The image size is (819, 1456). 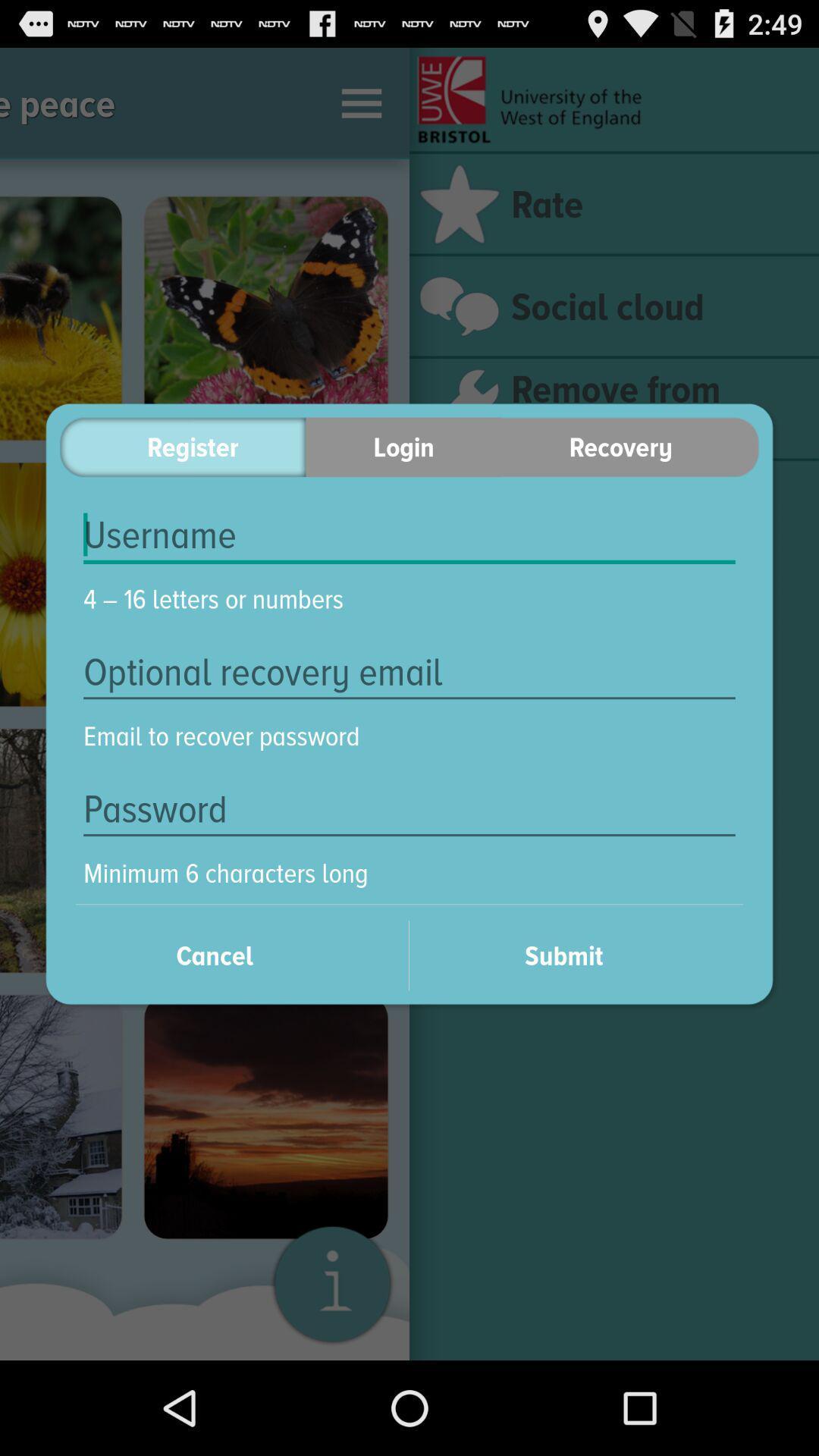 I want to click on recovery, so click(x=630, y=446).